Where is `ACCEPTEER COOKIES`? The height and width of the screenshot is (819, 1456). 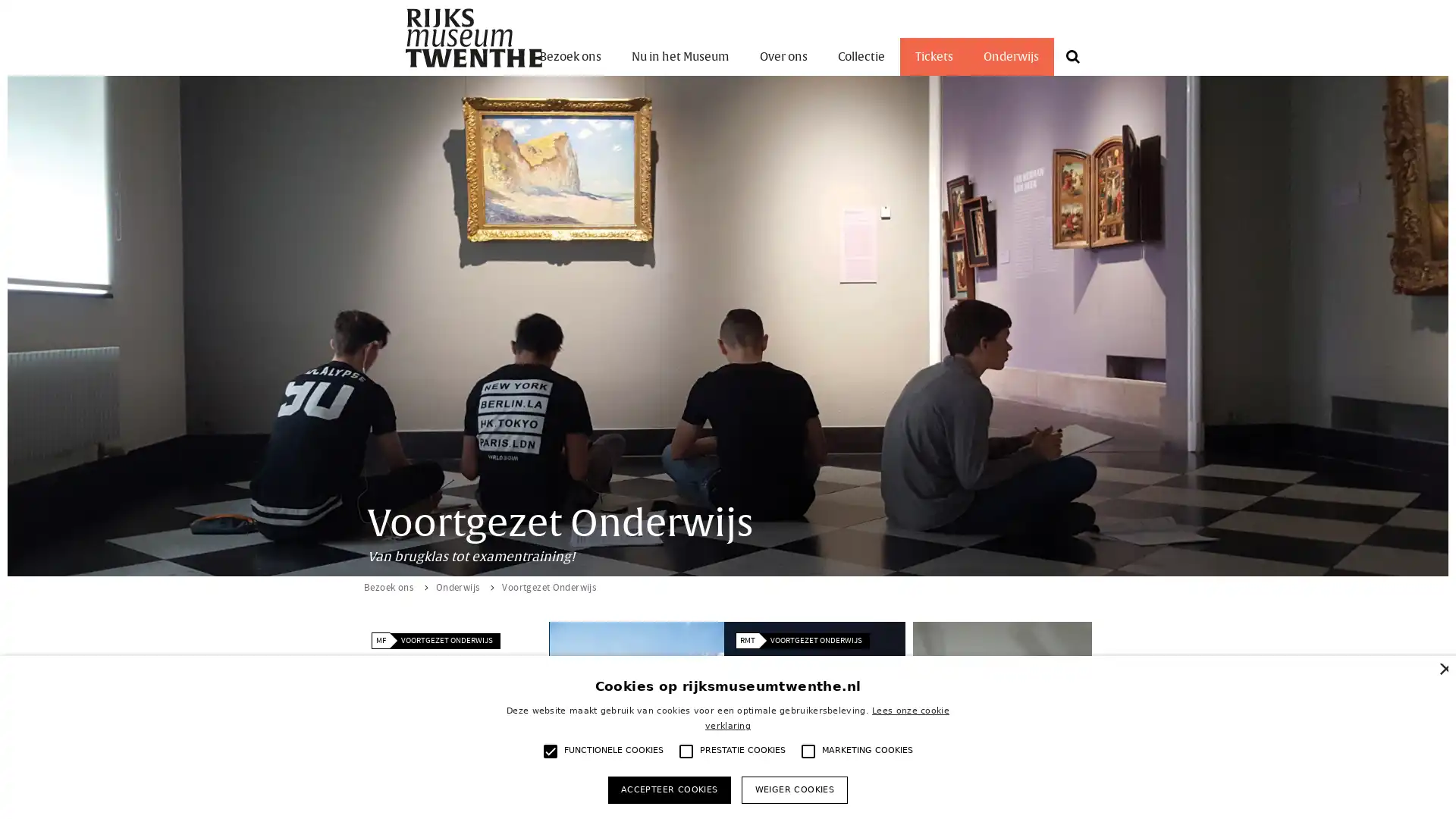
ACCEPTEER COOKIES is located at coordinates (668, 789).